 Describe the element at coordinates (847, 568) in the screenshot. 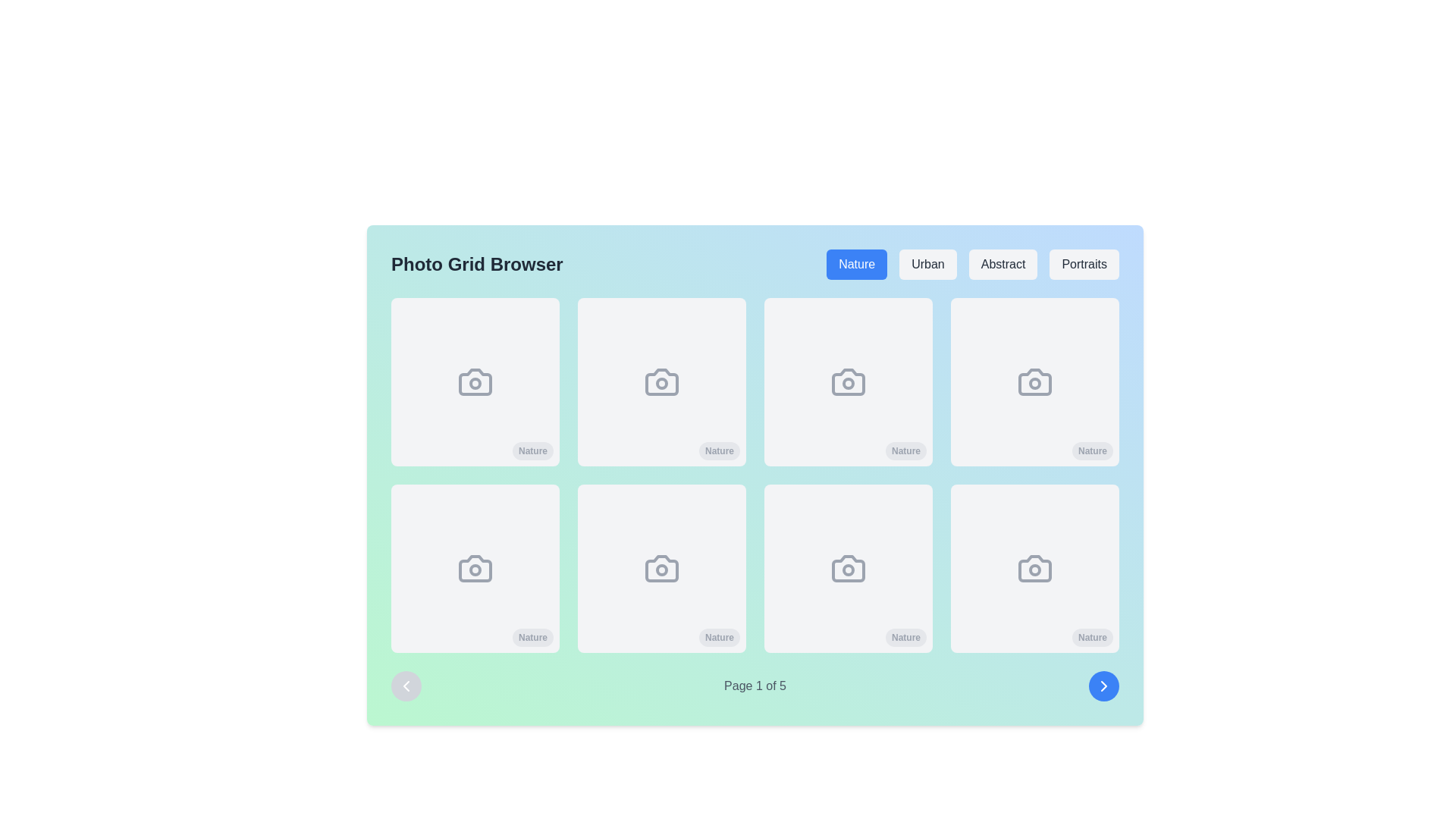

I see `the static display box showcasing information related to 'Nature', which features a gray camera icon and a rounded badge labeled 'Nature' at the bottom right corner` at that location.